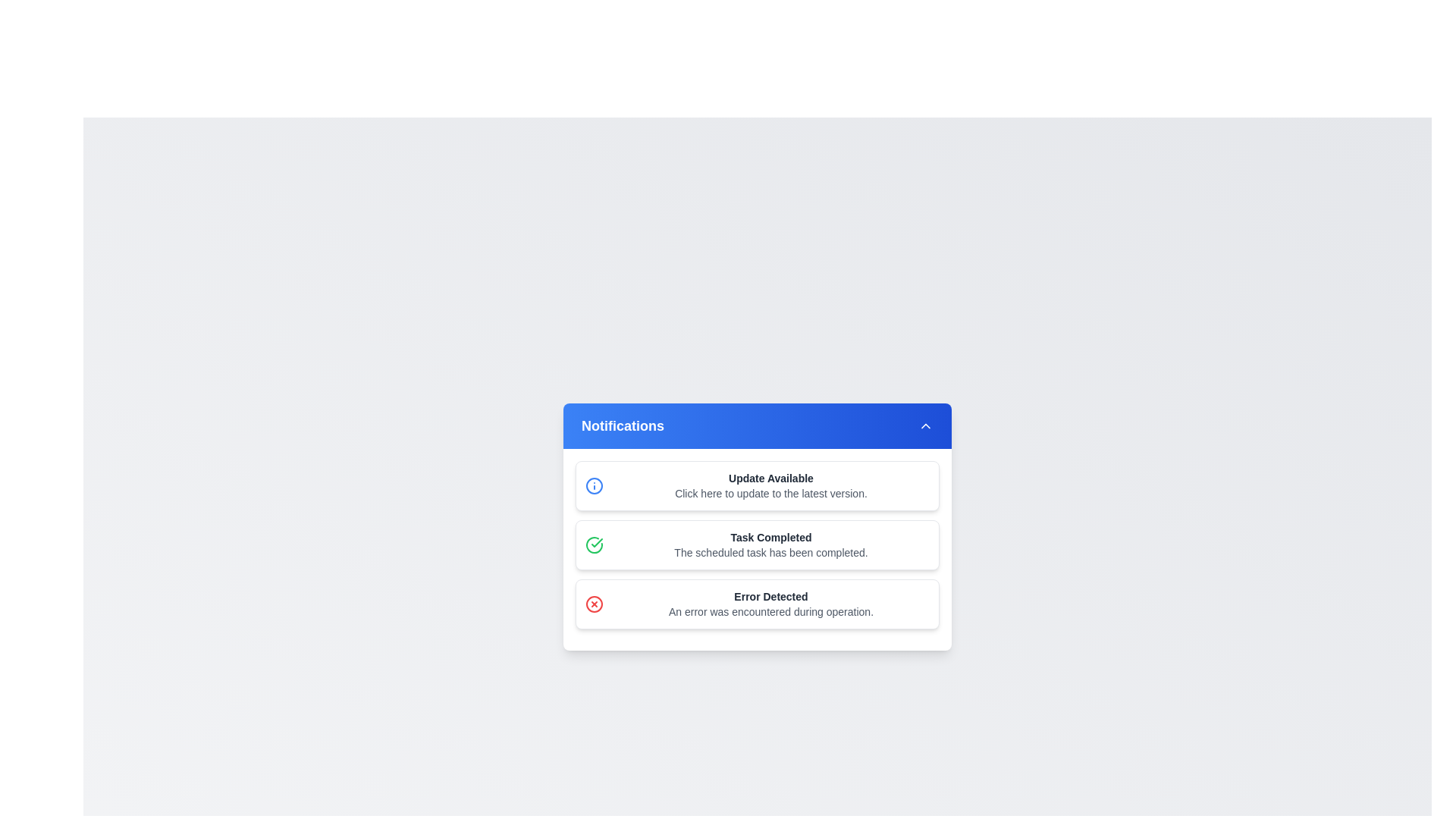 The image size is (1456, 819). What do you see at coordinates (924, 426) in the screenshot?
I see `the chevron icon located in the top-right part of the header bar of the notification panel for additional visual feedback` at bounding box center [924, 426].